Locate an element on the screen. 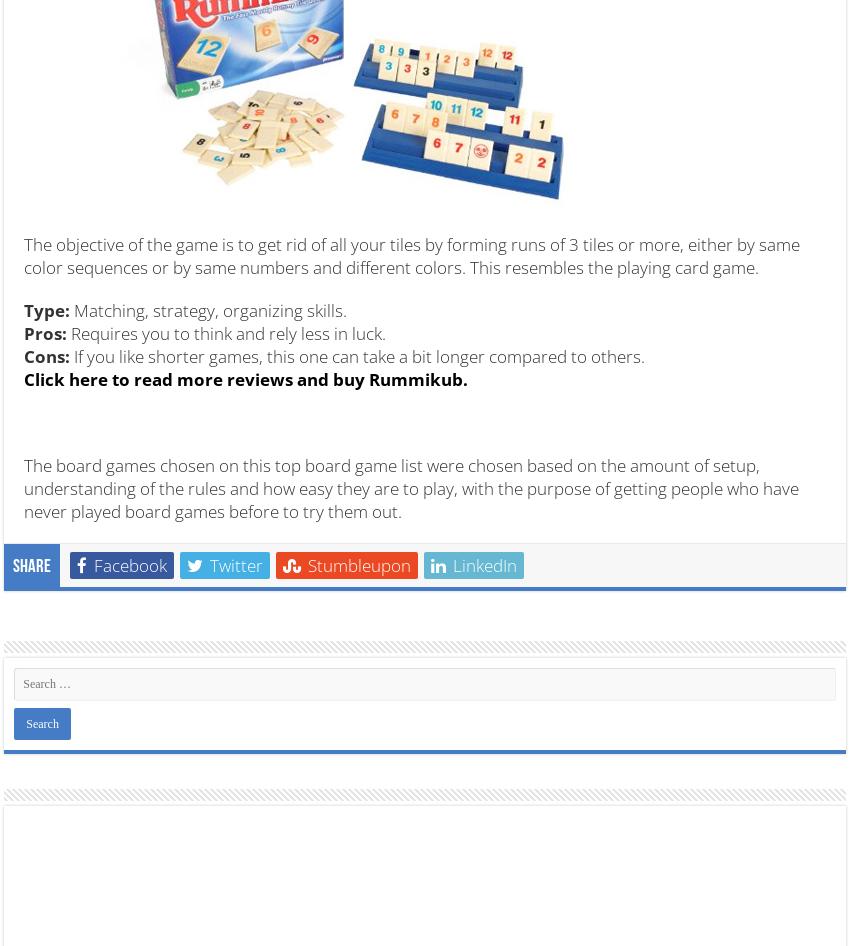  'If you like shorter games, this one can take a bit longer compared to others.' is located at coordinates (70, 355).